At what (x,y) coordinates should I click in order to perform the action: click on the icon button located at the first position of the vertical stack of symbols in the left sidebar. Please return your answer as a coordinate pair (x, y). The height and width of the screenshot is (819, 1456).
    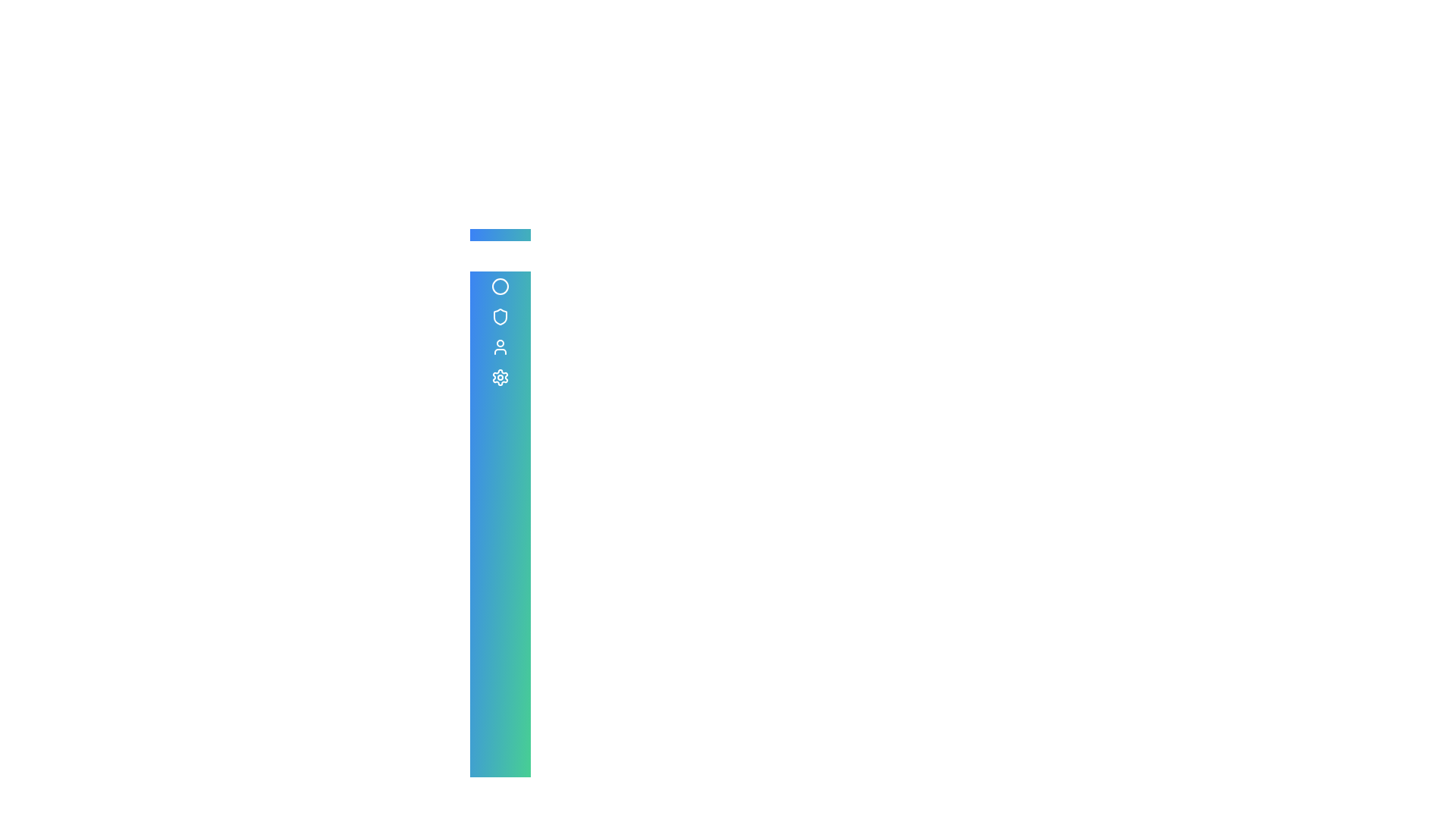
    Looking at the image, I should click on (500, 287).